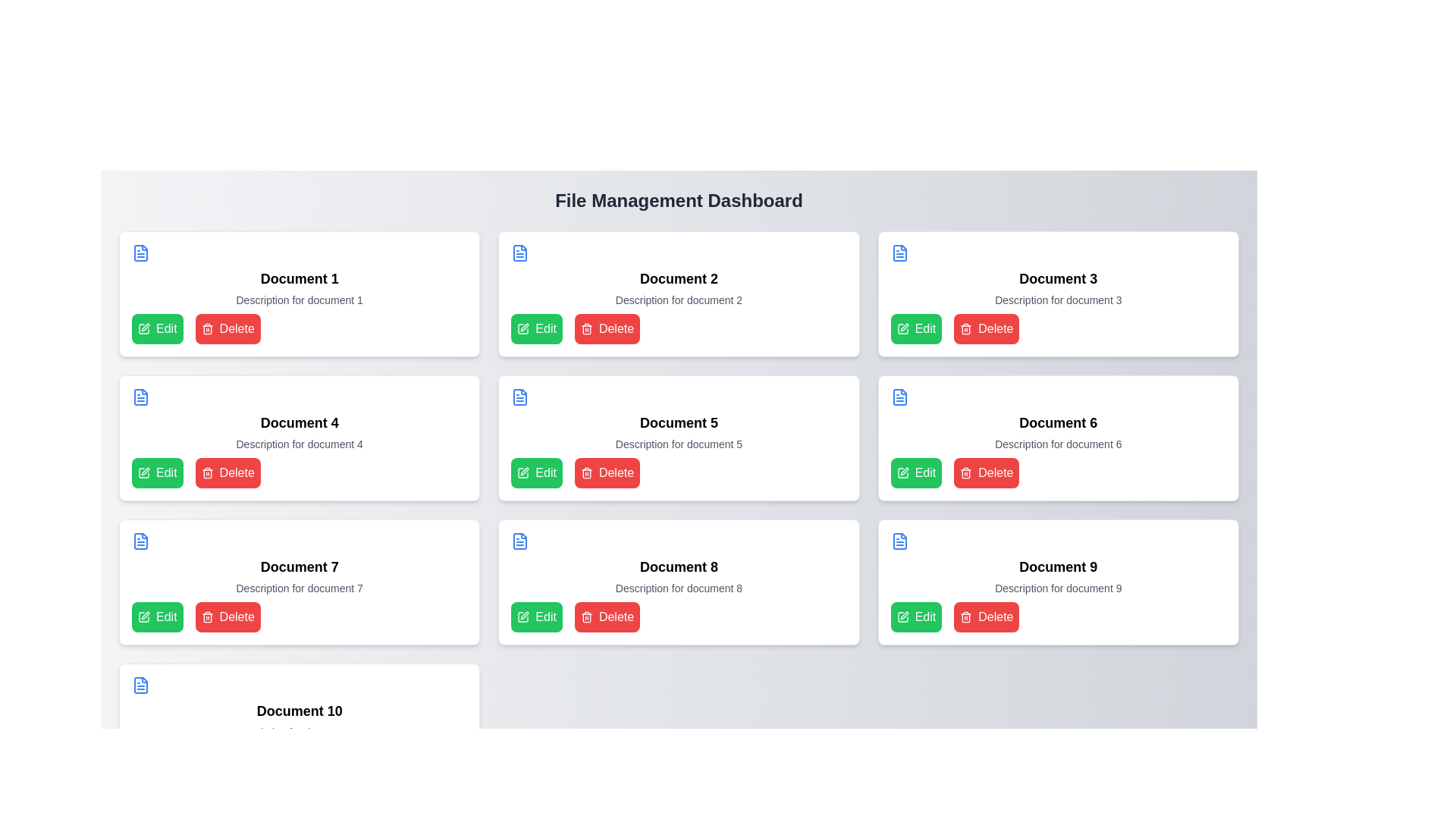 The height and width of the screenshot is (819, 1456). What do you see at coordinates (678, 423) in the screenshot?
I see `the bold text label 'Document 5' located in the center column of the second row of the grid layout` at bounding box center [678, 423].